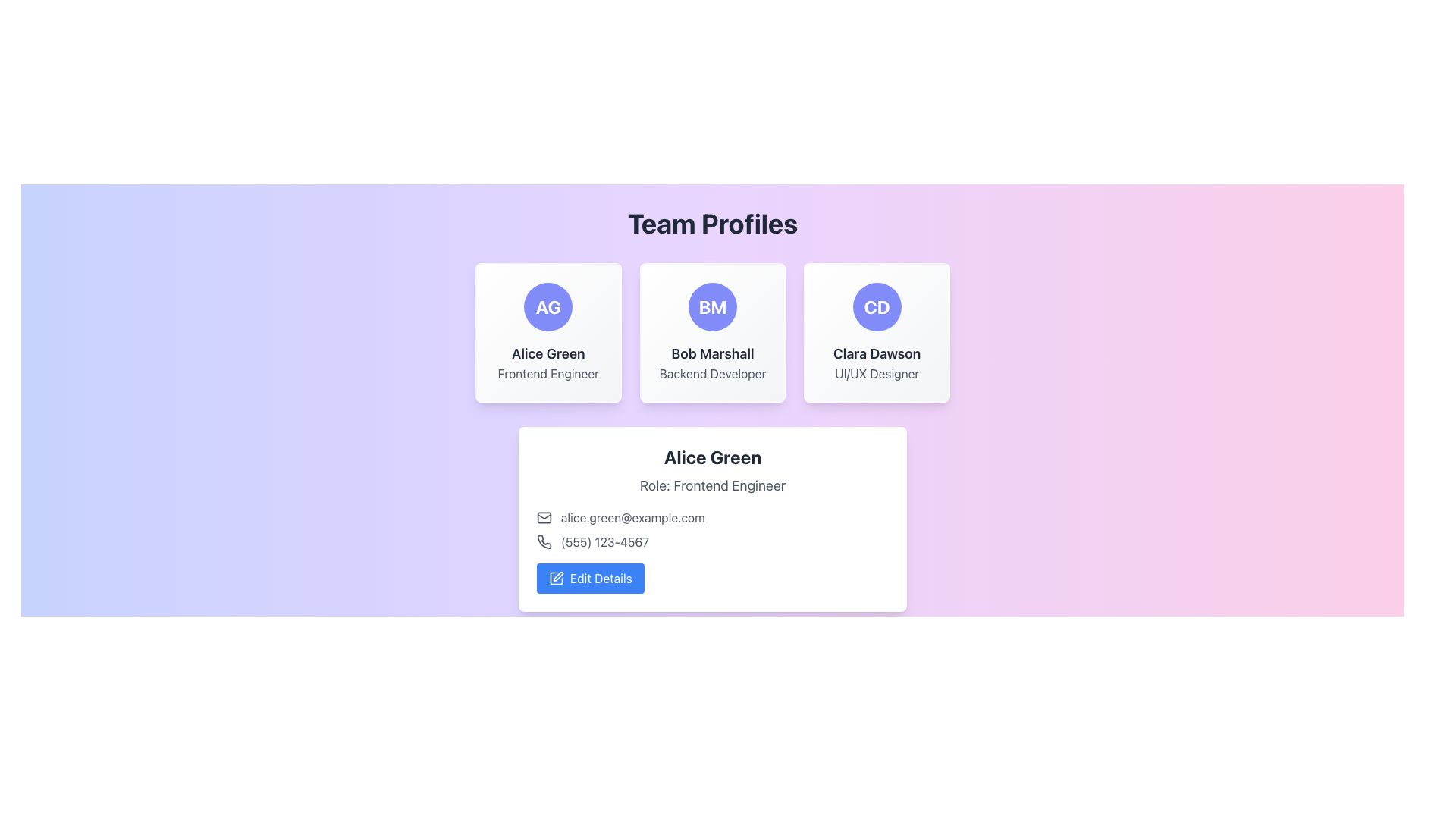 The height and width of the screenshot is (819, 1456). What do you see at coordinates (556, 579) in the screenshot?
I see `the pen icon located to the left of the 'Edit Details' button at the bottom of Alice Green's profile card to initiate the editing function` at bounding box center [556, 579].